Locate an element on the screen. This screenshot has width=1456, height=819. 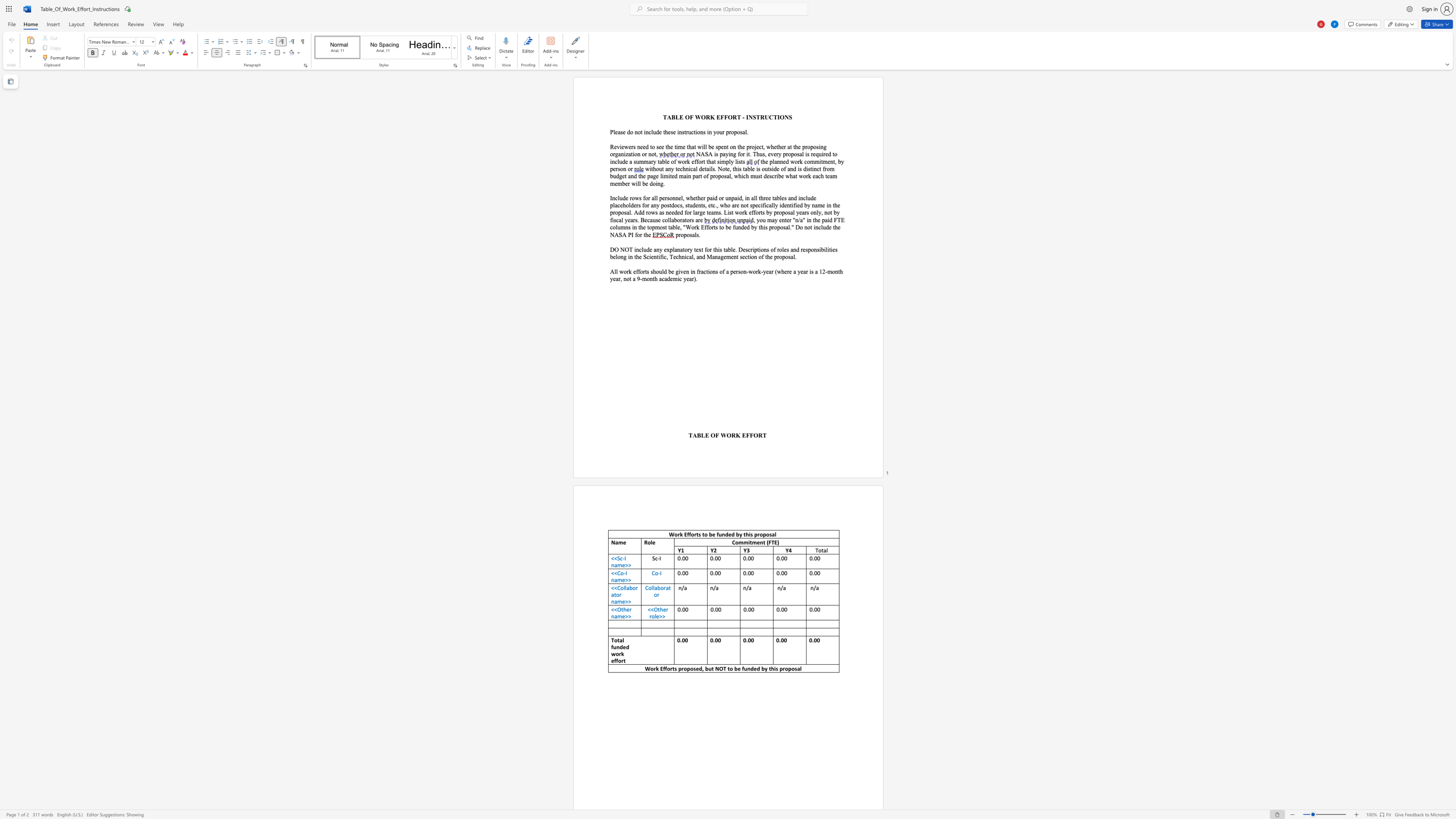
the space between the continuous character "l" and "." in the text is located at coordinates (746, 132).